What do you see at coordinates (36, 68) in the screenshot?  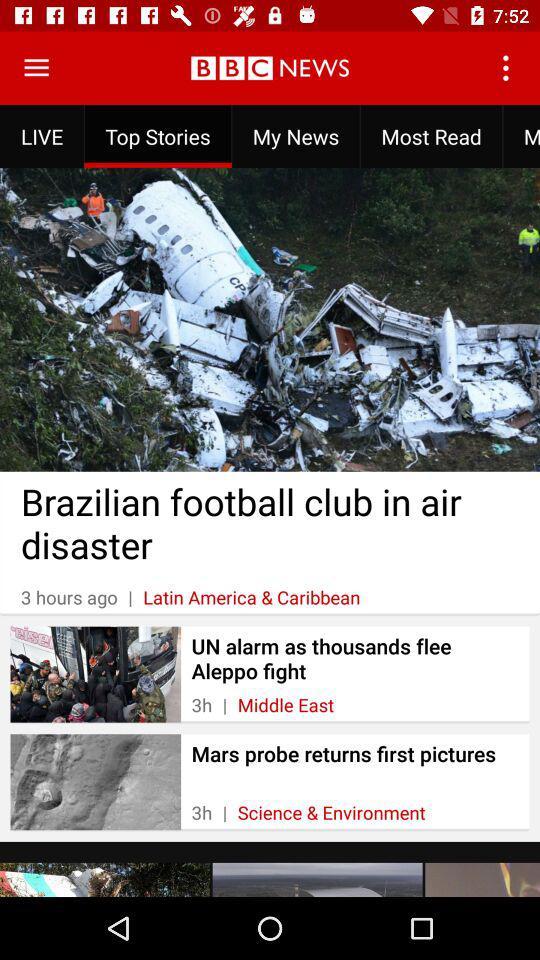 I see `open menu` at bounding box center [36, 68].